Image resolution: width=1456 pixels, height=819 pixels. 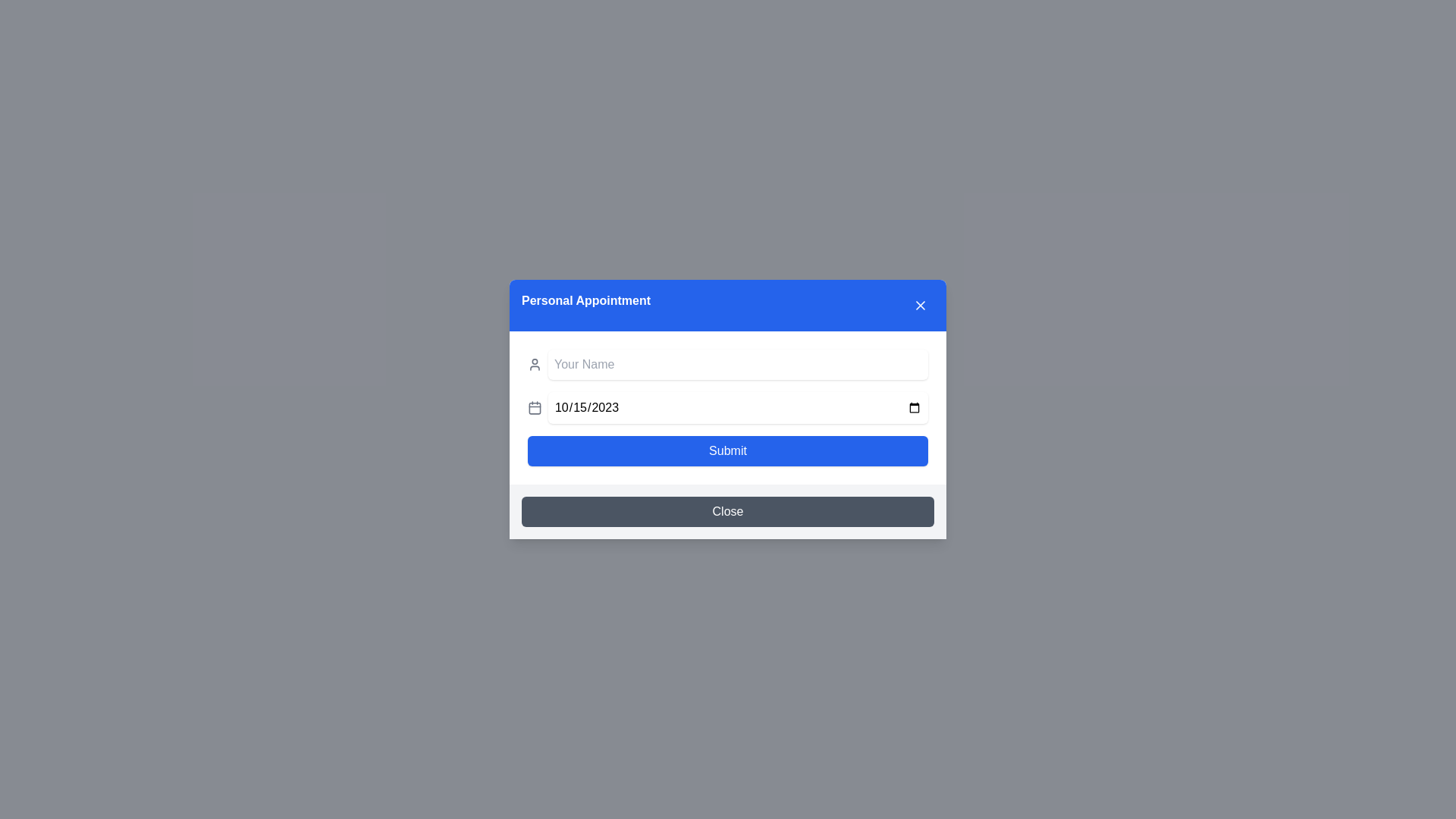 What do you see at coordinates (738, 406) in the screenshot?
I see `the Date input field located in the middle section of the modal window` at bounding box center [738, 406].